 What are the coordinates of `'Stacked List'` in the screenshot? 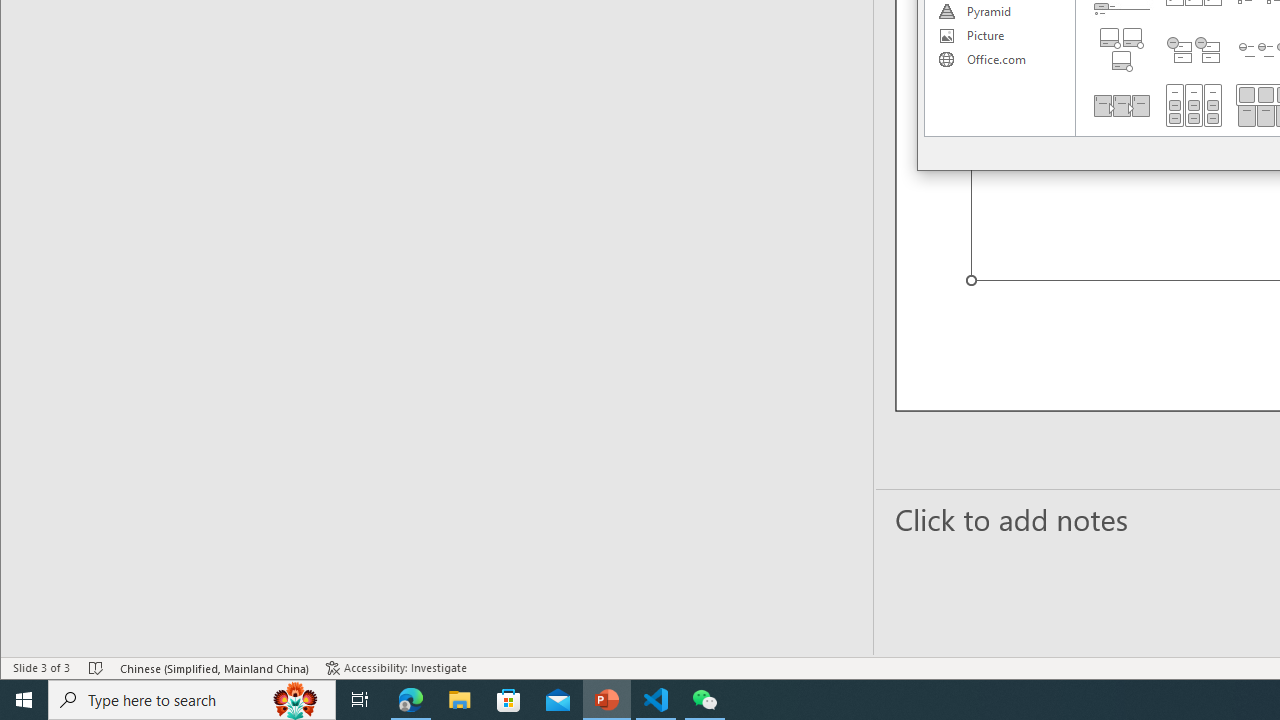 It's located at (1194, 49).